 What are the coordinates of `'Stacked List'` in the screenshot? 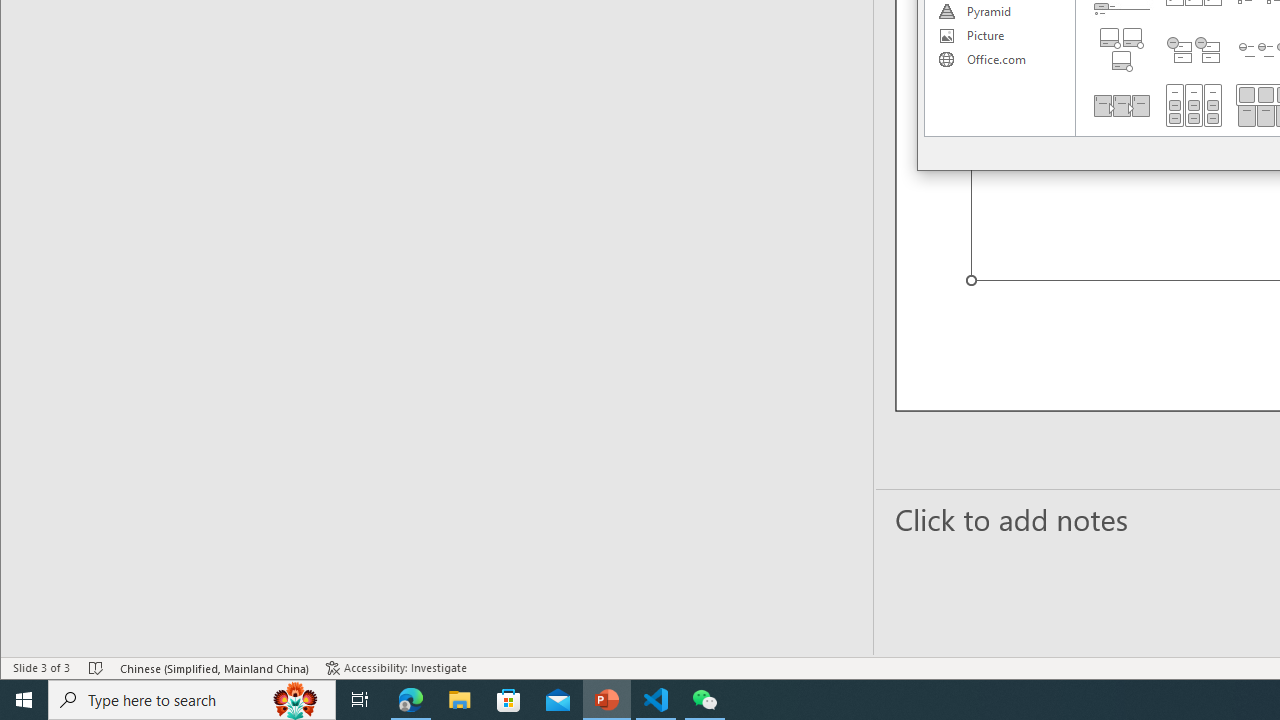 It's located at (1194, 49).